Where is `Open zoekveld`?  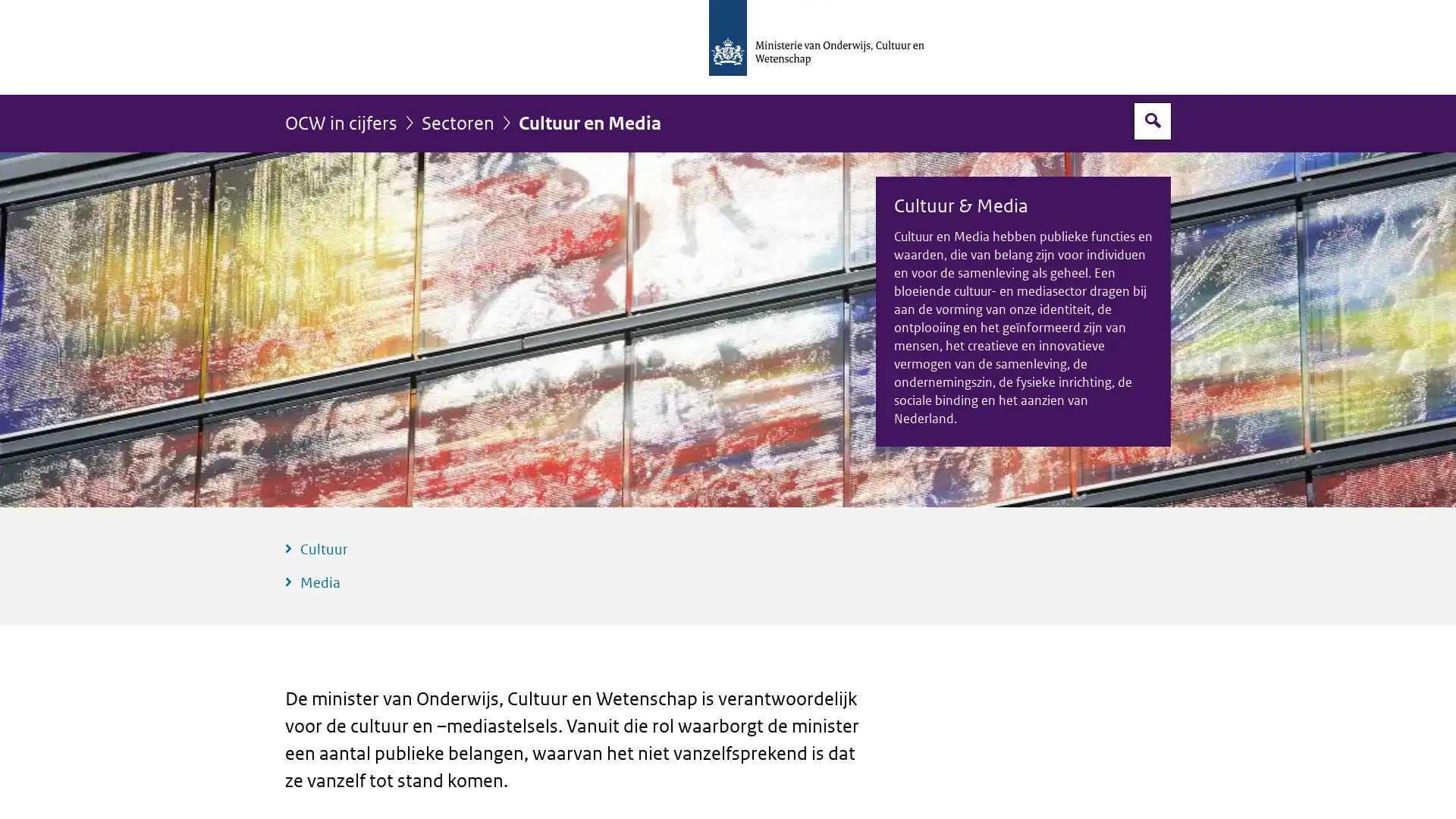
Open zoekveld is located at coordinates (1153, 120).